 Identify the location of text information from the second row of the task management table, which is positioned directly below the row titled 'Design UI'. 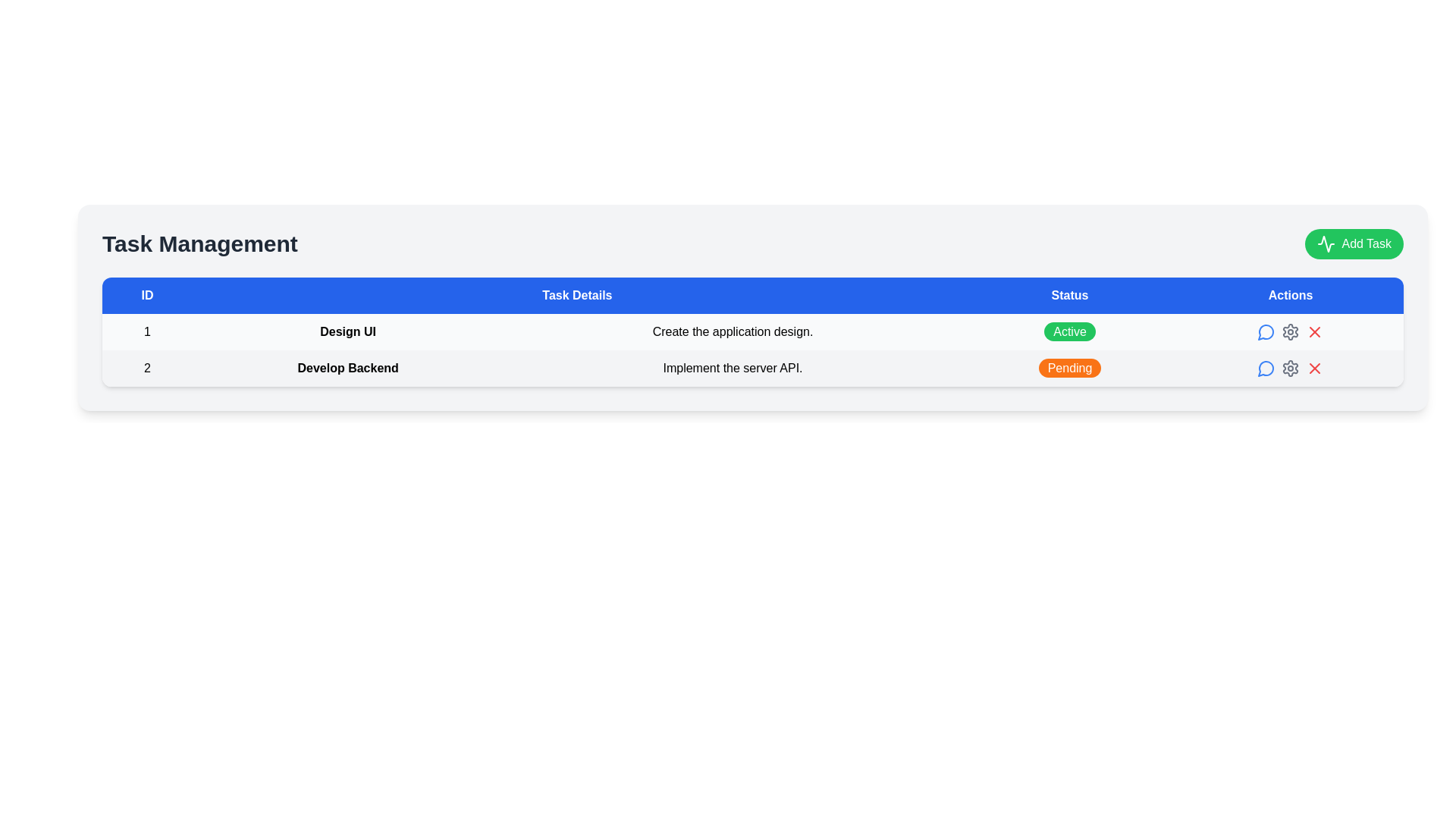
(753, 369).